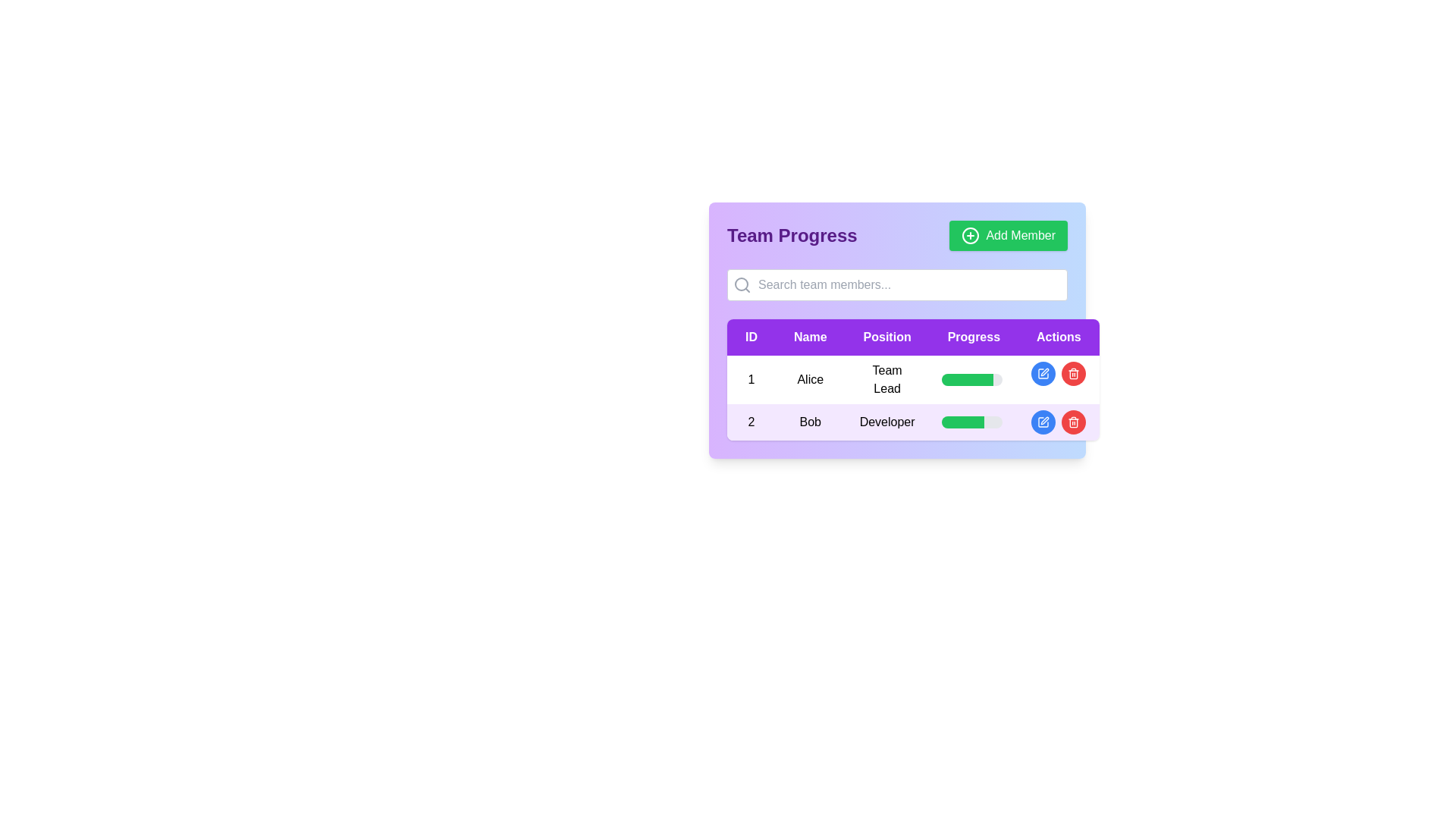 The height and width of the screenshot is (819, 1456). I want to click on the edit button located in the 'Actions' column of the second row of the table to initiate the edit process, so click(1043, 372).